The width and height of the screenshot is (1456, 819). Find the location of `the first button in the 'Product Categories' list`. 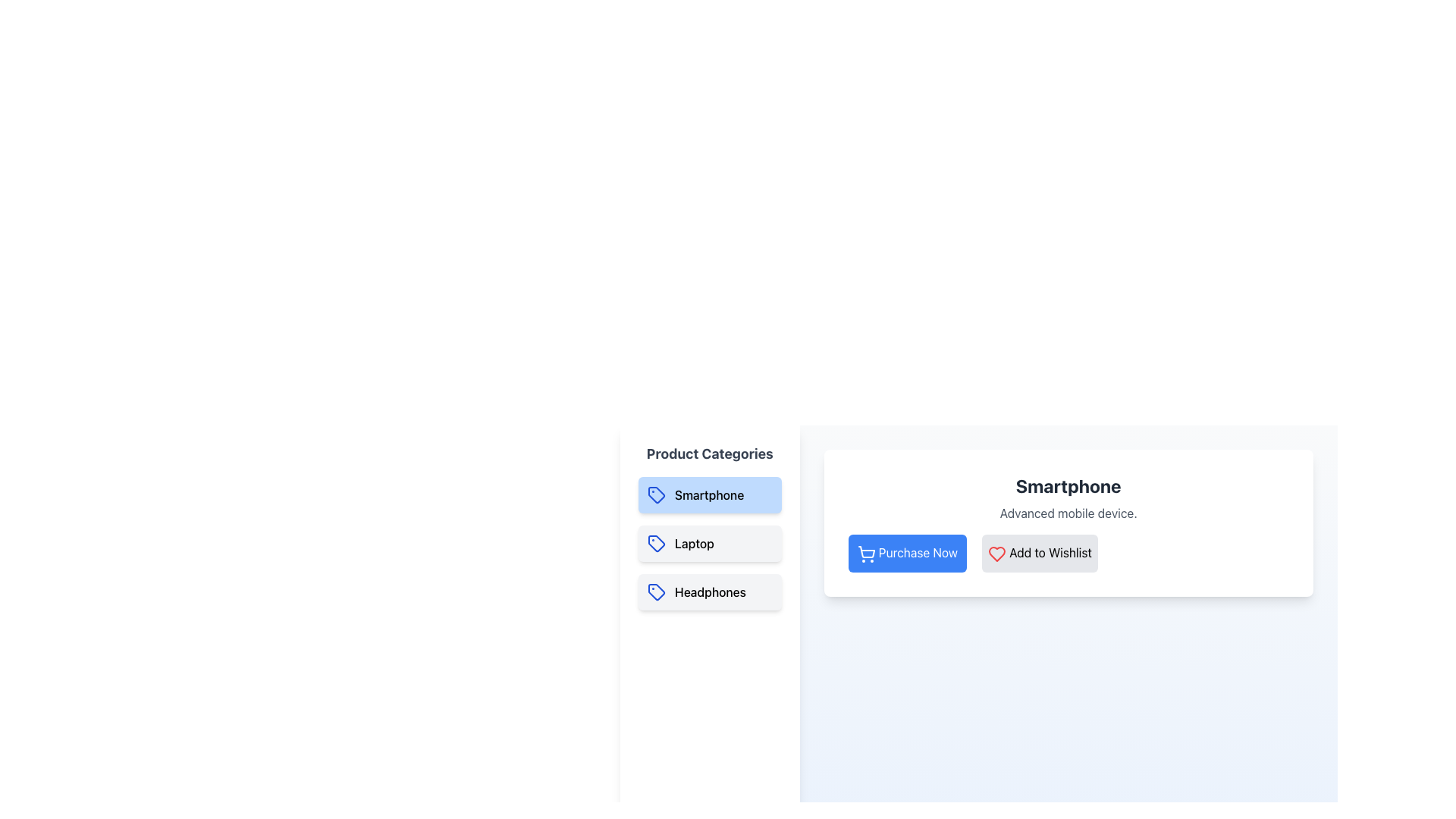

the first button in the 'Product Categories' list is located at coordinates (709, 494).